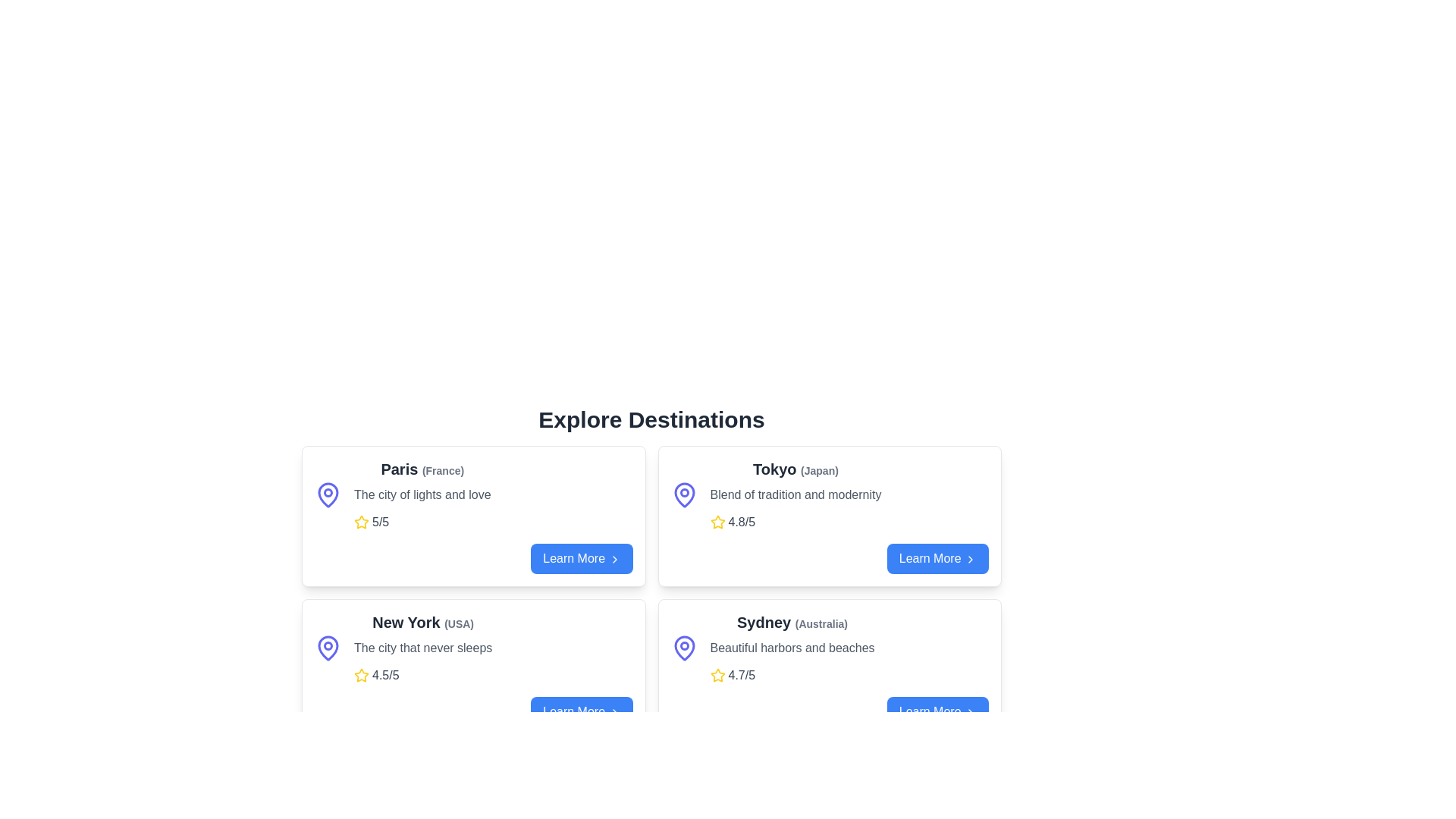  What do you see at coordinates (614, 712) in the screenshot?
I see `the chevron icon located within the 'Learn More' button for 'New York (USA)'` at bounding box center [614, 712].